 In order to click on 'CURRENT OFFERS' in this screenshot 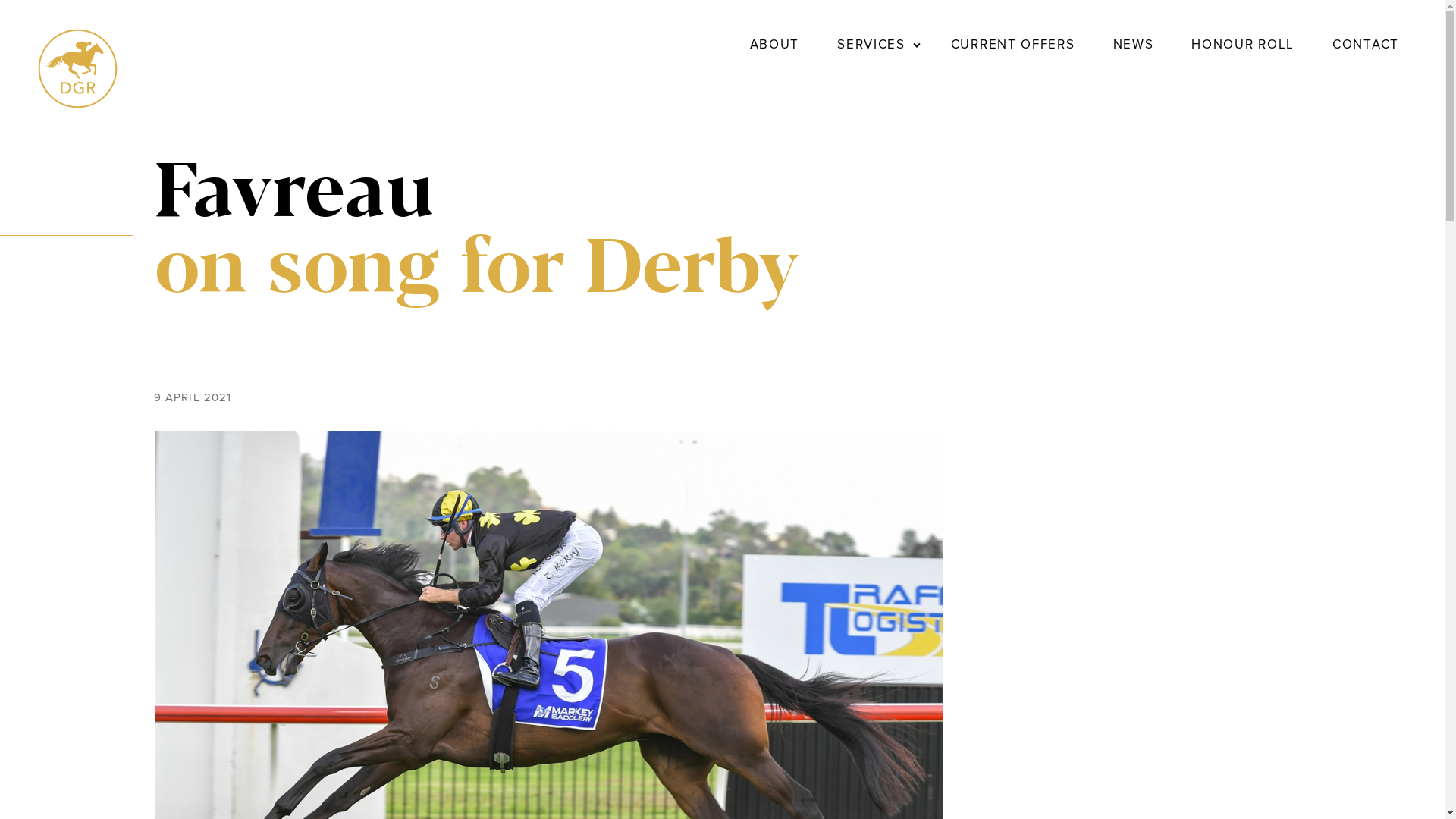, I will do `click(1012, 43)`.